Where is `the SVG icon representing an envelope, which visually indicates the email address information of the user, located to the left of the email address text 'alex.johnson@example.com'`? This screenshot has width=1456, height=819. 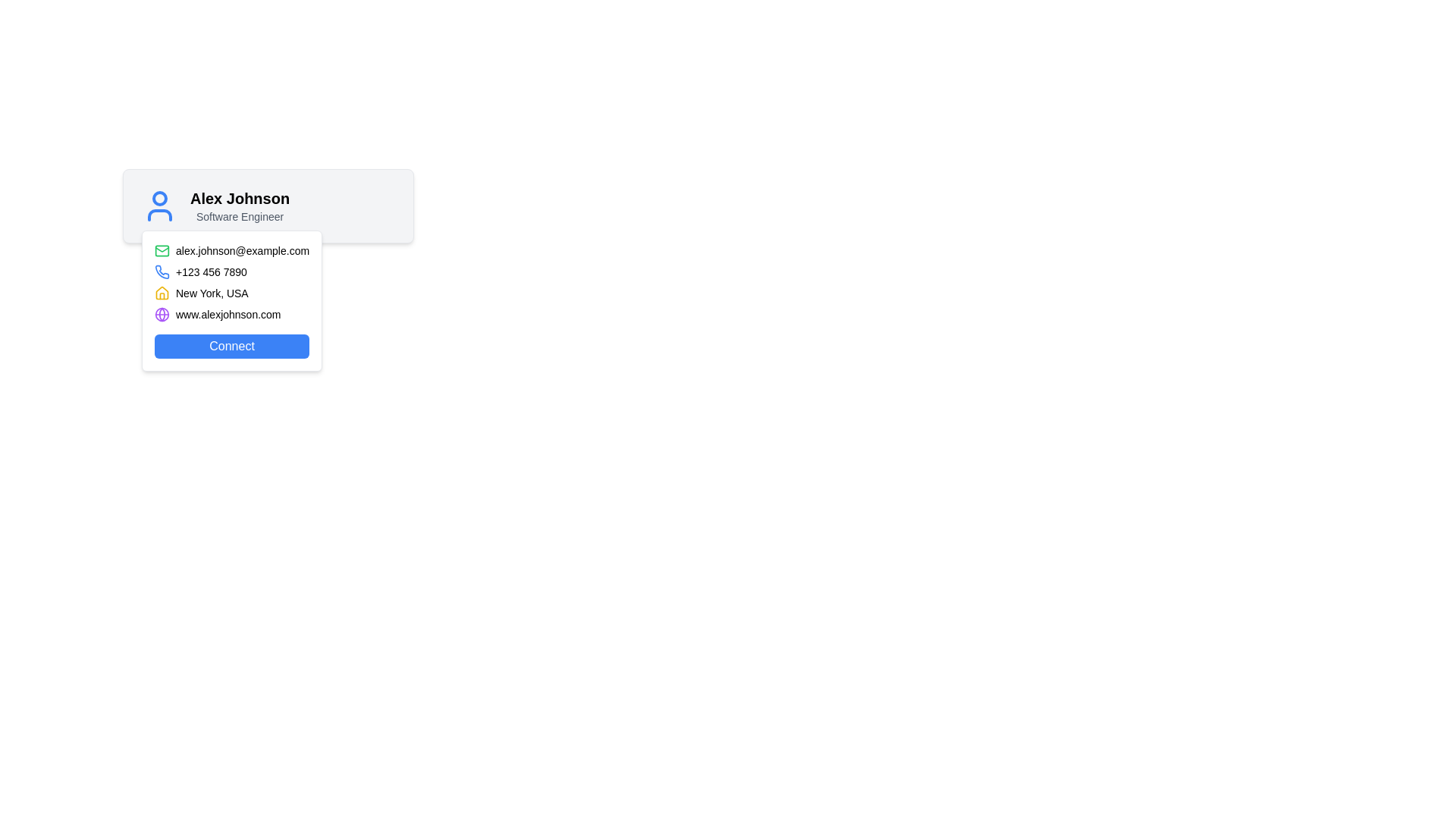
the SVG icon representing an envelope, which visually indicates the email address information of the user, located to the left of the email address text 'alex.johnson@example.com' is located at coordinates (162, 250).